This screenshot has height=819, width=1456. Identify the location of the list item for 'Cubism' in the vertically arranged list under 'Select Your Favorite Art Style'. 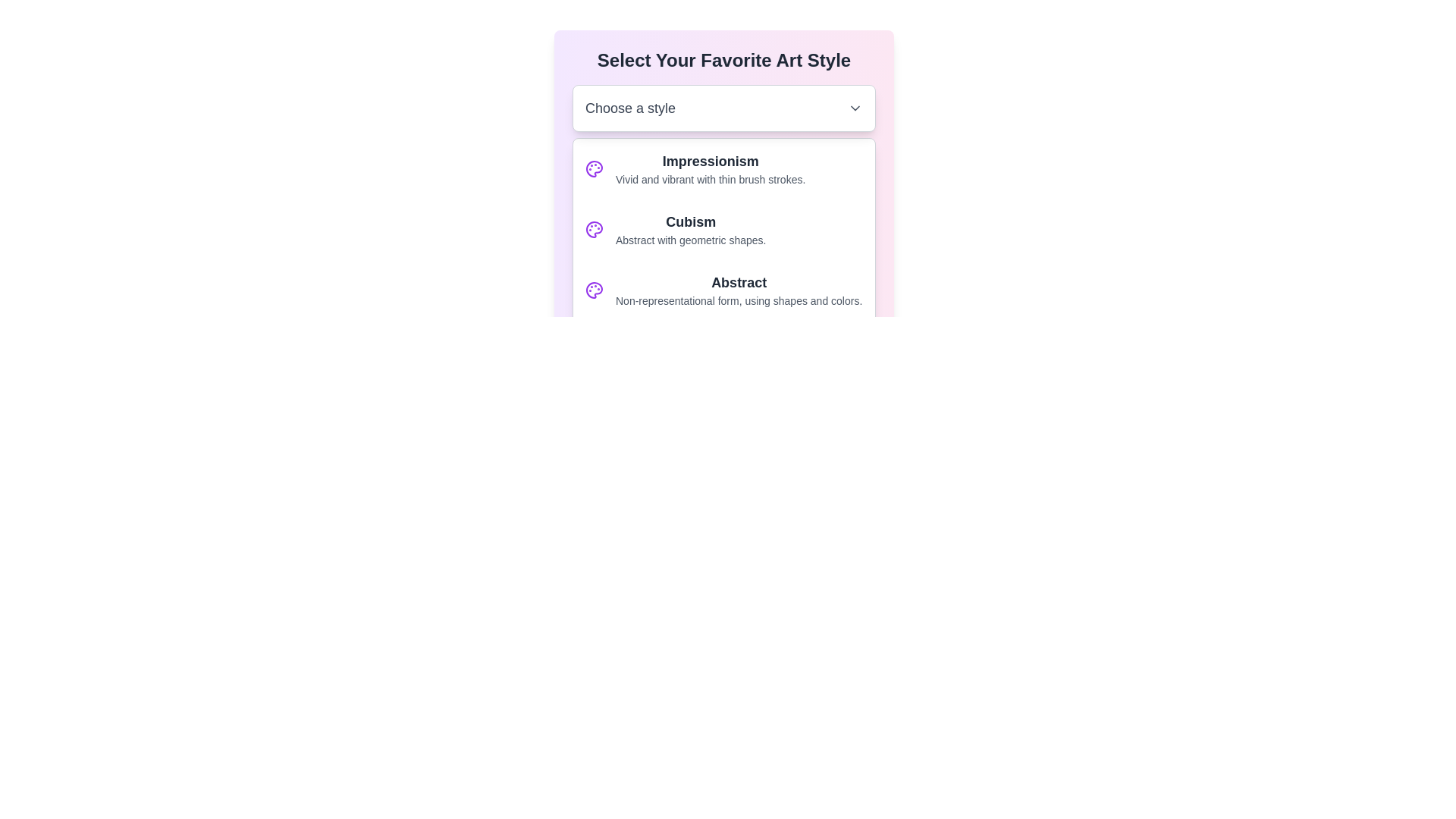
(723, 230).